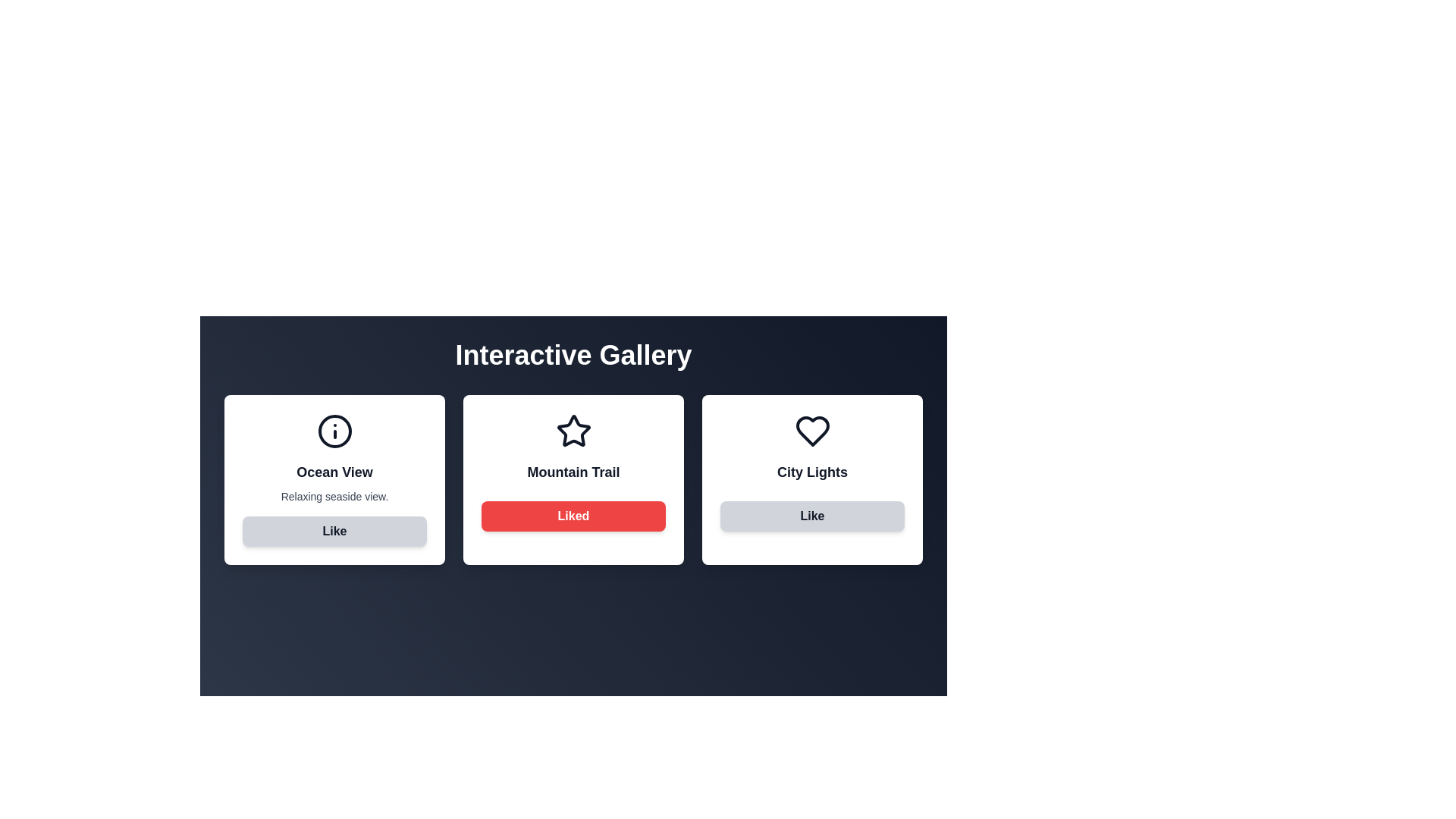 This screenshot has height=819, width=1456. What do you see at coordinates (334, 431) in the screenshot?
I see `the informative marker icon located at the top of the 'Ocean View' card, which is centered in the leftmost column of a three-column layout` at bounding box center [334, 431].